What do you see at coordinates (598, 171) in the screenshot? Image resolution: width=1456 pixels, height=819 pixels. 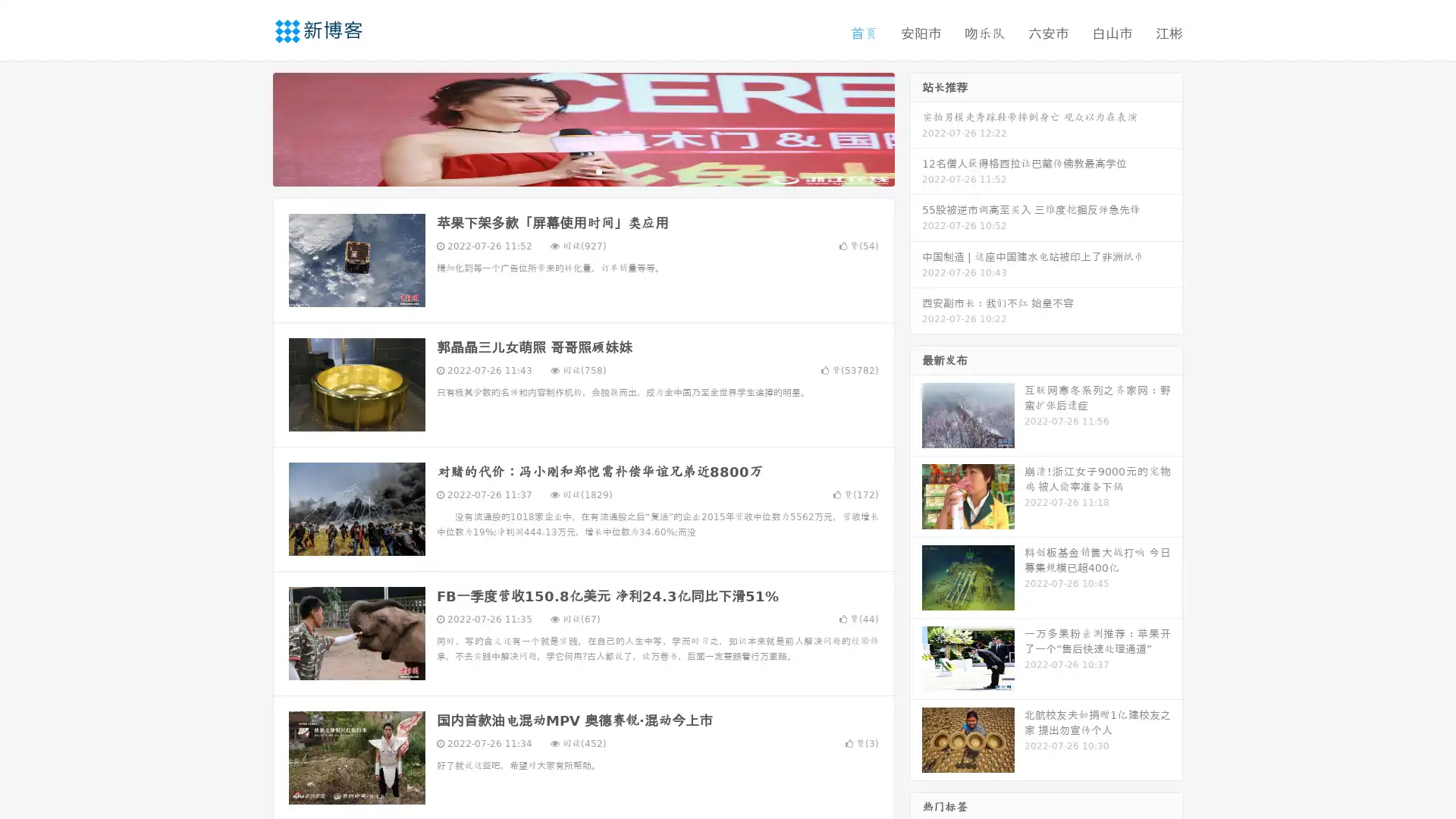 I see `Go to slide 3` at bounding box center [598, 171].